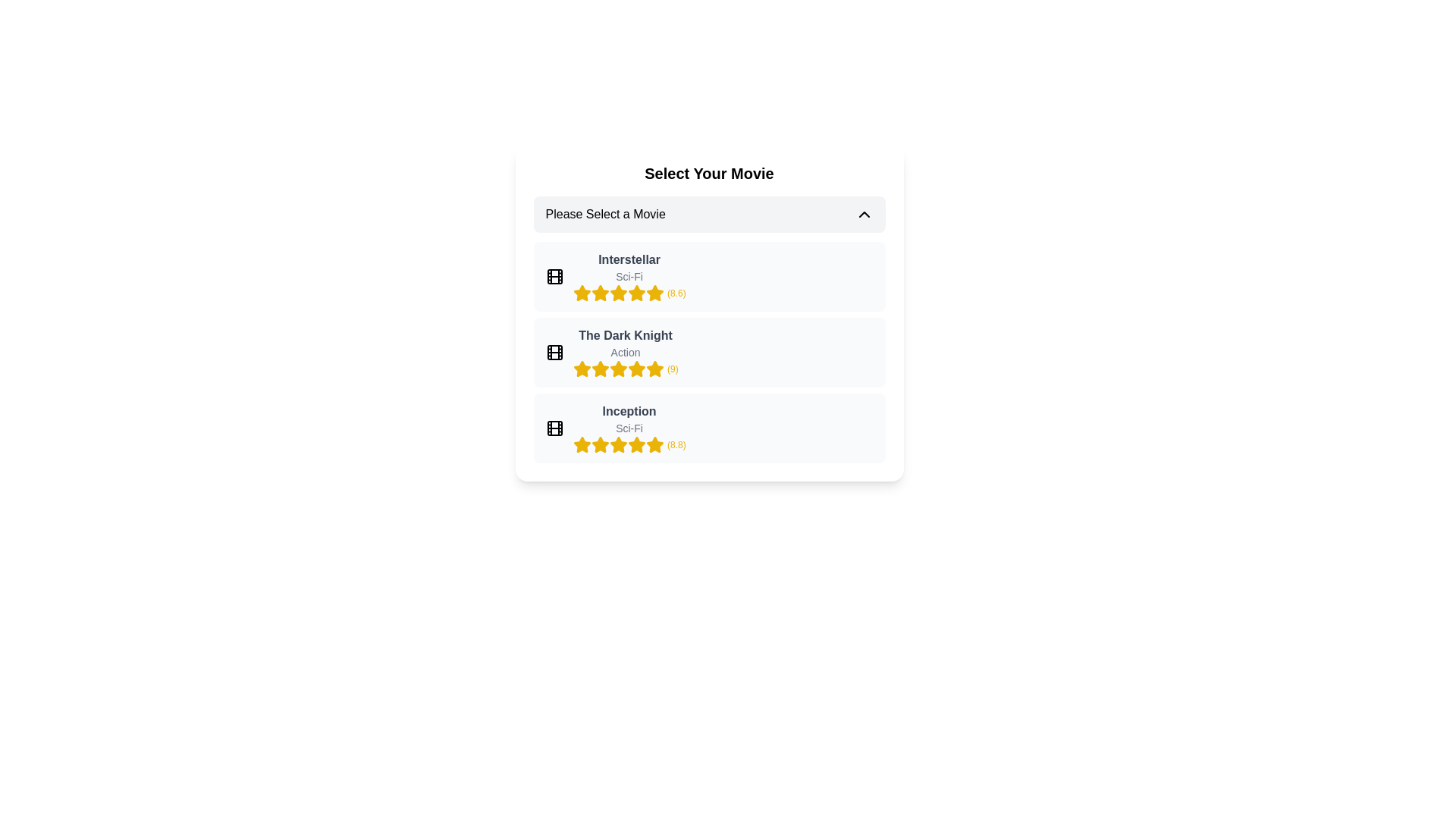 Image resolution: width=1456 pixels, height=819 pixels. Describe the element at coordinates (626, 353) in the screenshot. I see `the informational text label indicating the genre of the movie 'The Dark Knight', located directly below the movie title and above the rating area` at that location.